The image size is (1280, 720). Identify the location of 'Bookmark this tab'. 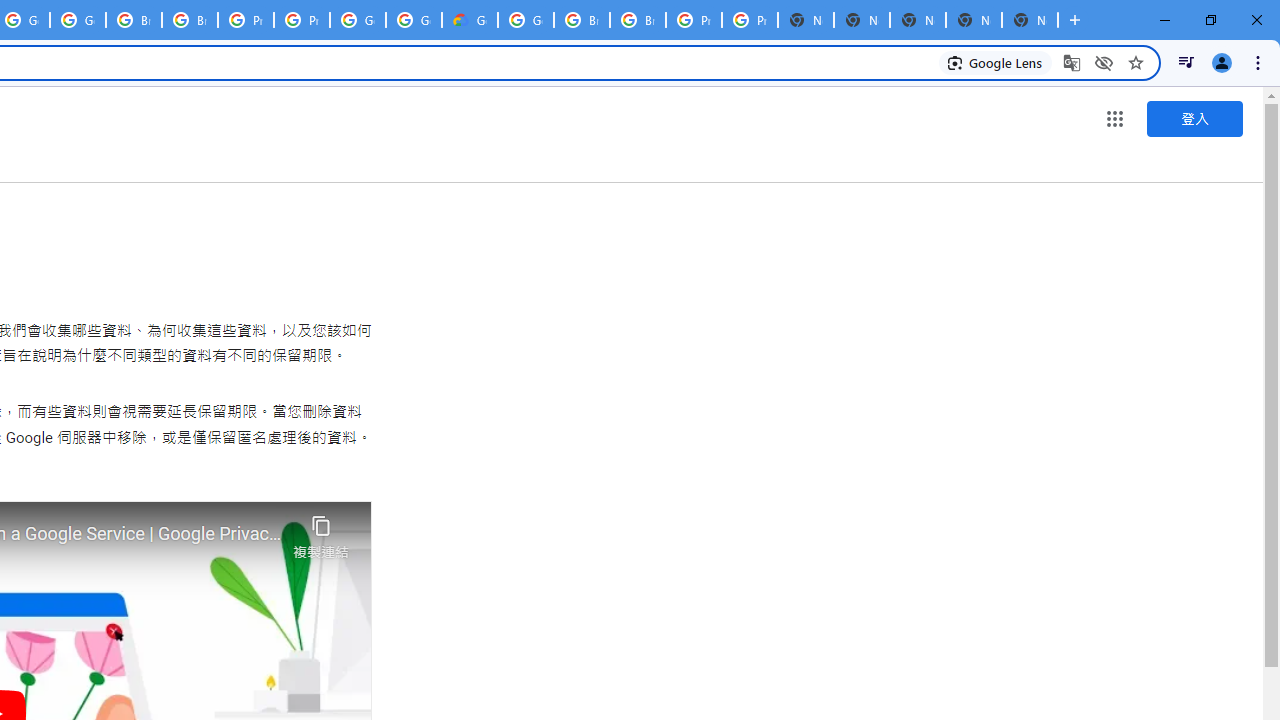
(1136, 61).